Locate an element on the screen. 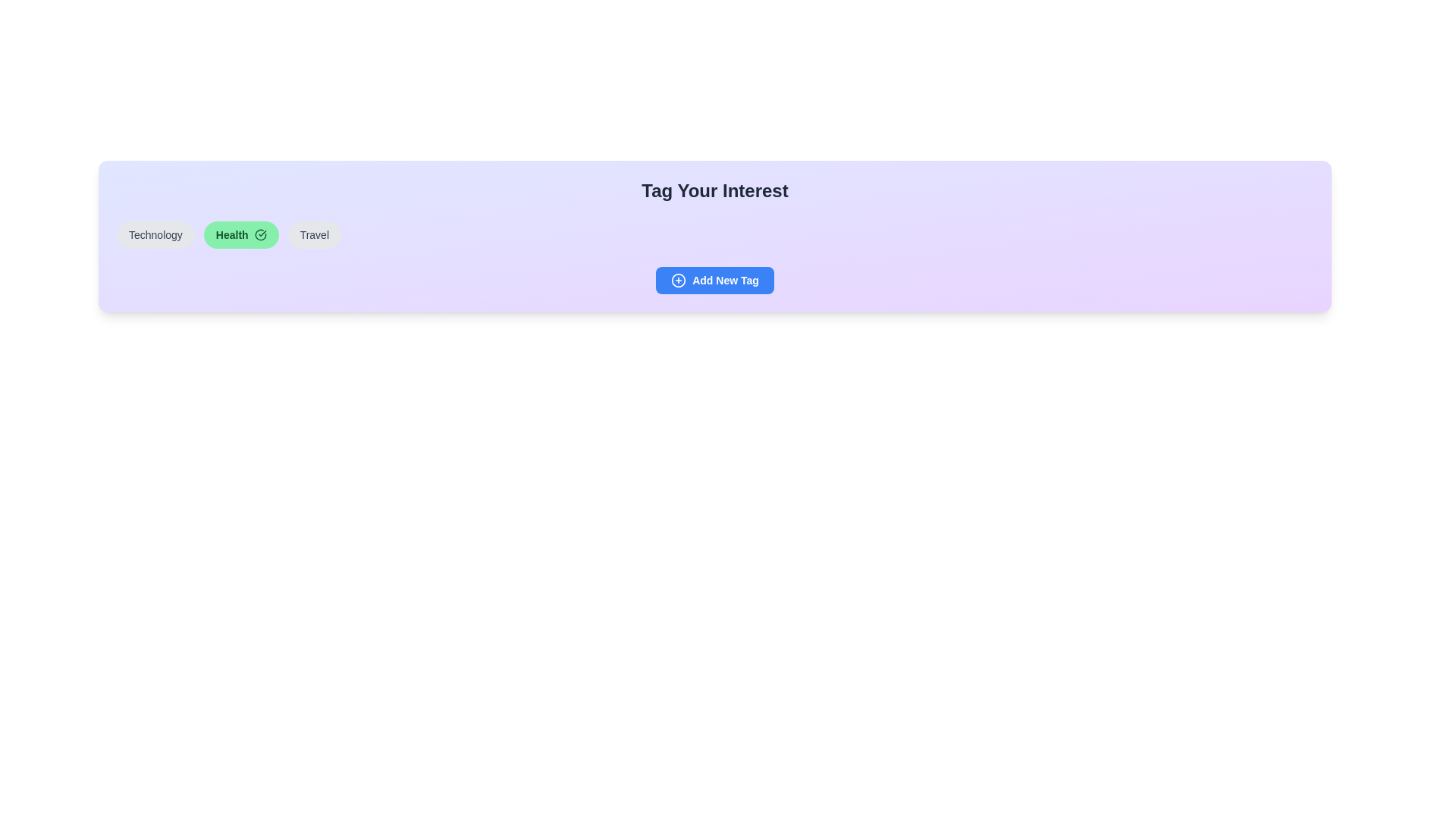  the 'Travel' tag text label is located at coordinates (313, 234).